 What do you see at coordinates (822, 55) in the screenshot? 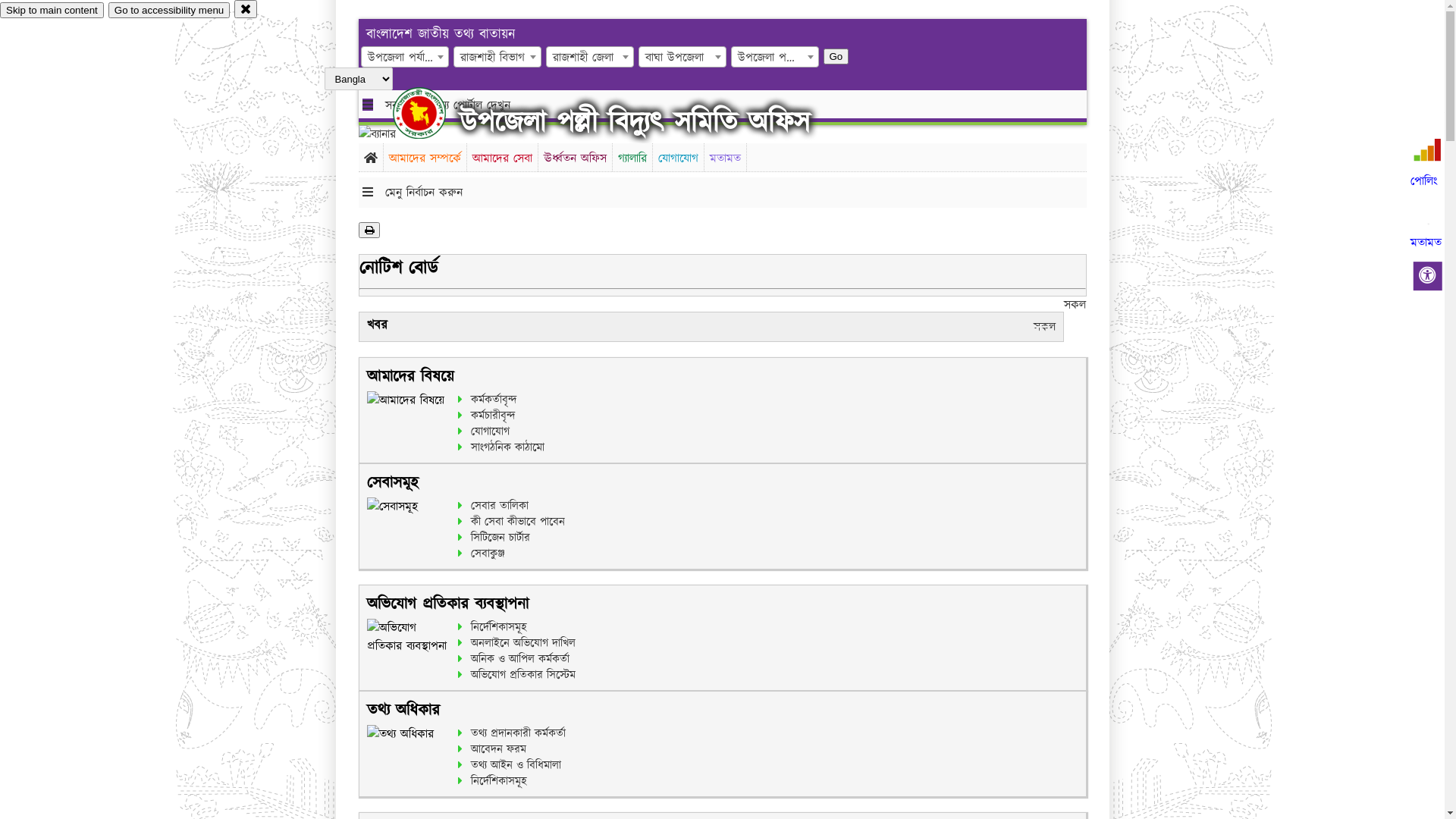
I see `'Go'` at bounding box center [822, 55].